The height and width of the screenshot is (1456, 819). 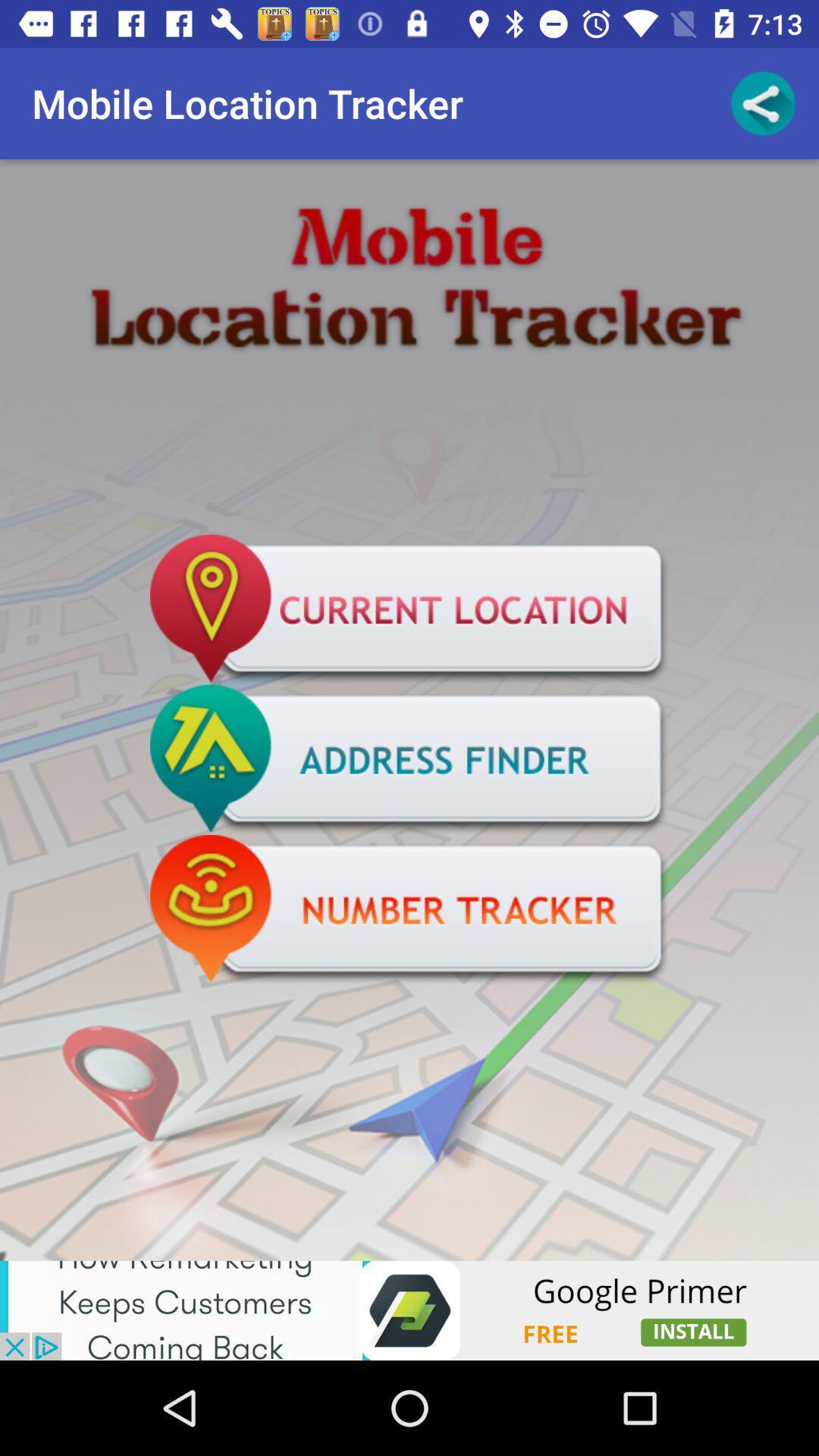 I want to click on watch advertisement, so click(x=409, y=1310).